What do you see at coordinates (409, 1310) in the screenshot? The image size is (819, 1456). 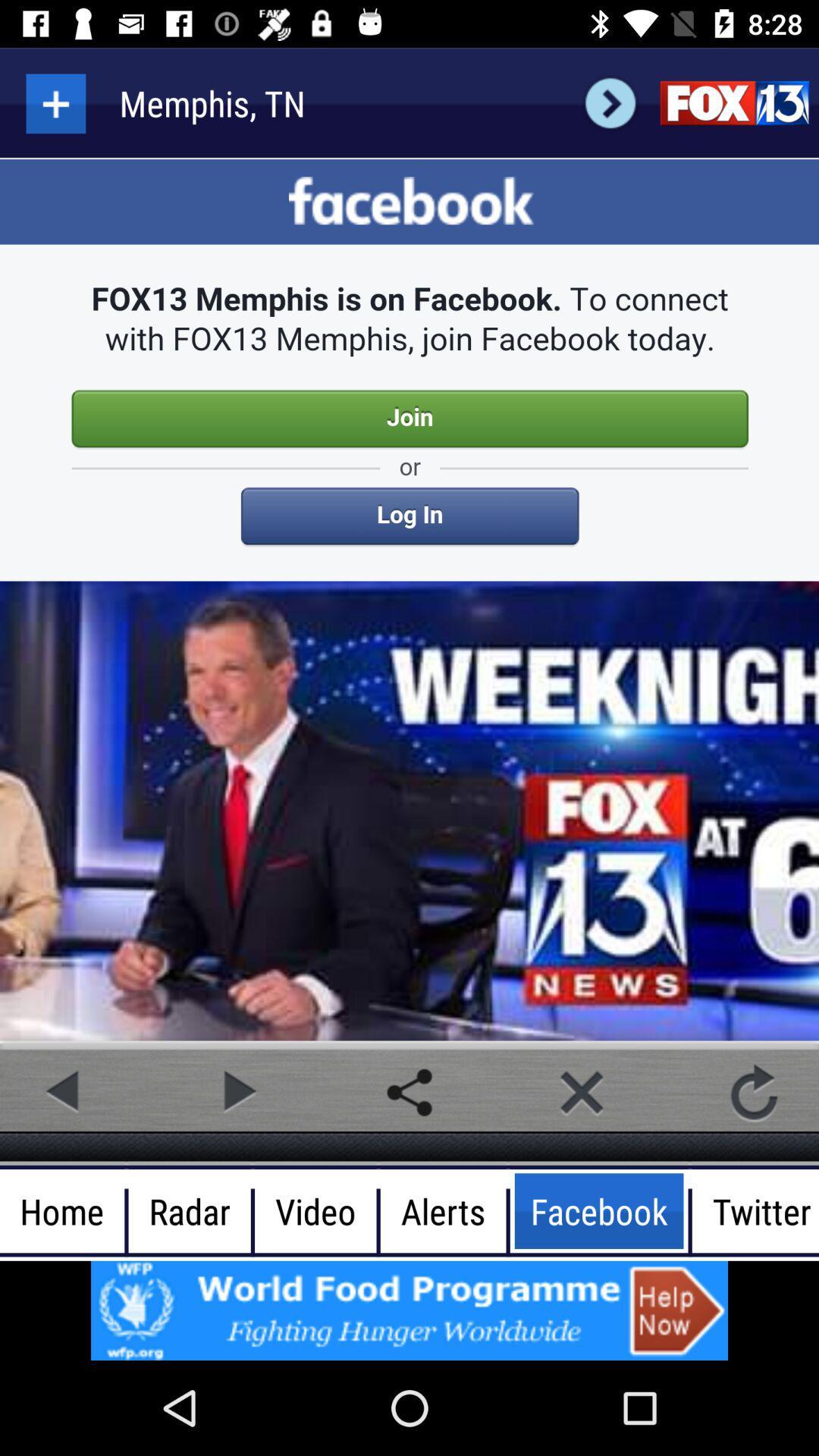 I see `the advertisement` at bounding box center [409, 1310].